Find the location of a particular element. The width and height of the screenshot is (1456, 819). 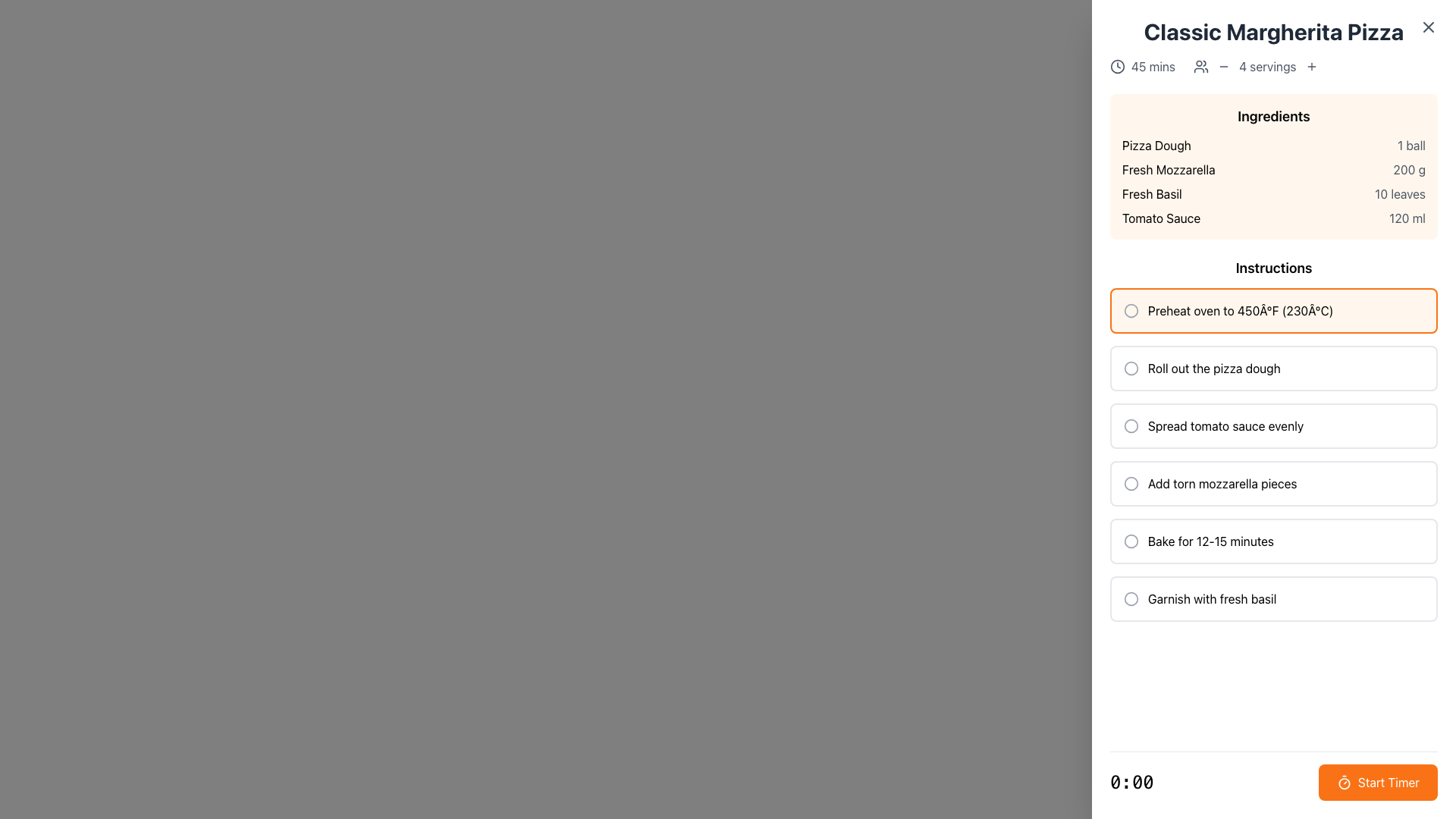

the static text label indicating the weight of 'Fresh Mozzarella' in grams, located in the top-right section of the cream-colored Ingredients panel is located at coordinates (1408, 169).